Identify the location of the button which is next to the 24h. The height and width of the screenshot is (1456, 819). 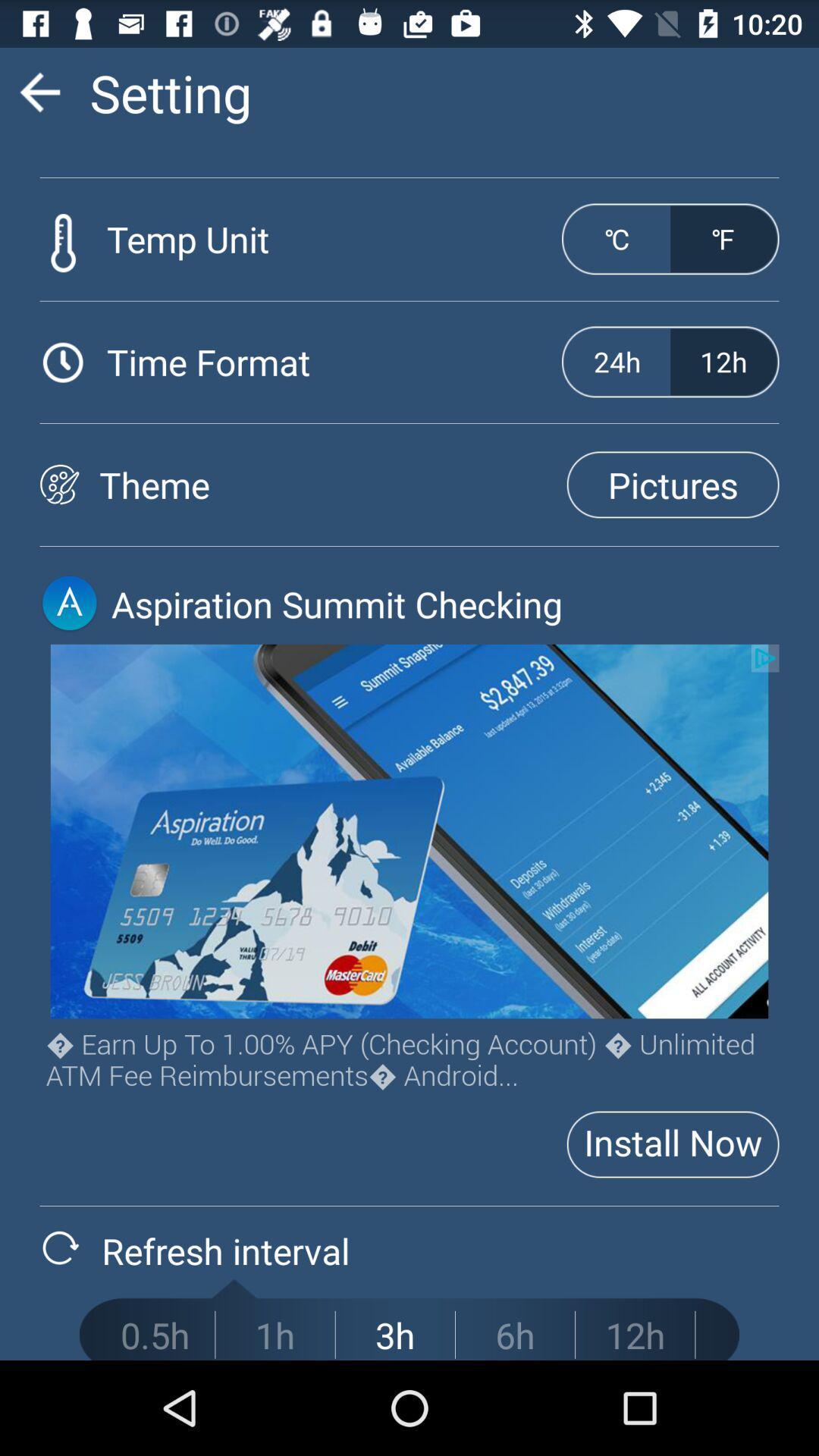
(723, 361).